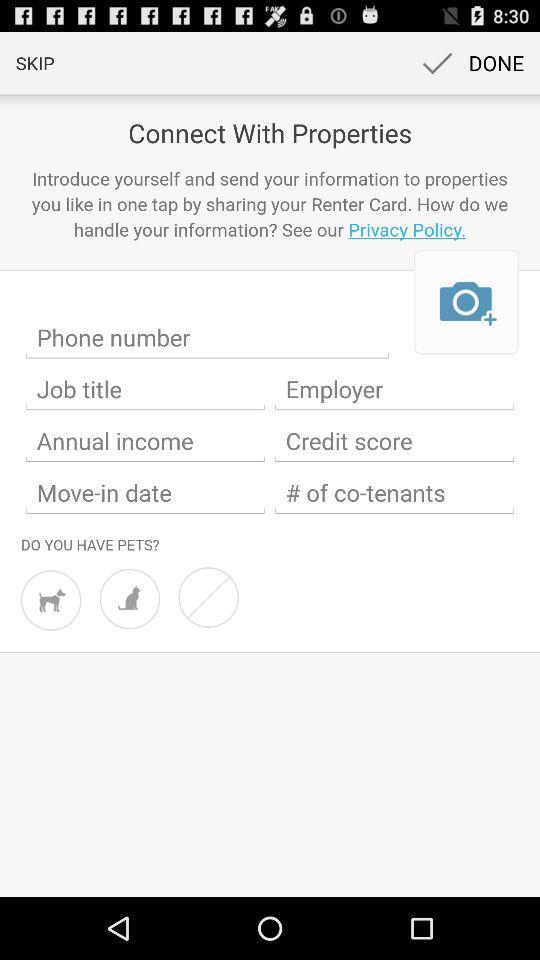 This screenshot has width=540, height=960. I want to click on the photo icon, so click(466, 323).